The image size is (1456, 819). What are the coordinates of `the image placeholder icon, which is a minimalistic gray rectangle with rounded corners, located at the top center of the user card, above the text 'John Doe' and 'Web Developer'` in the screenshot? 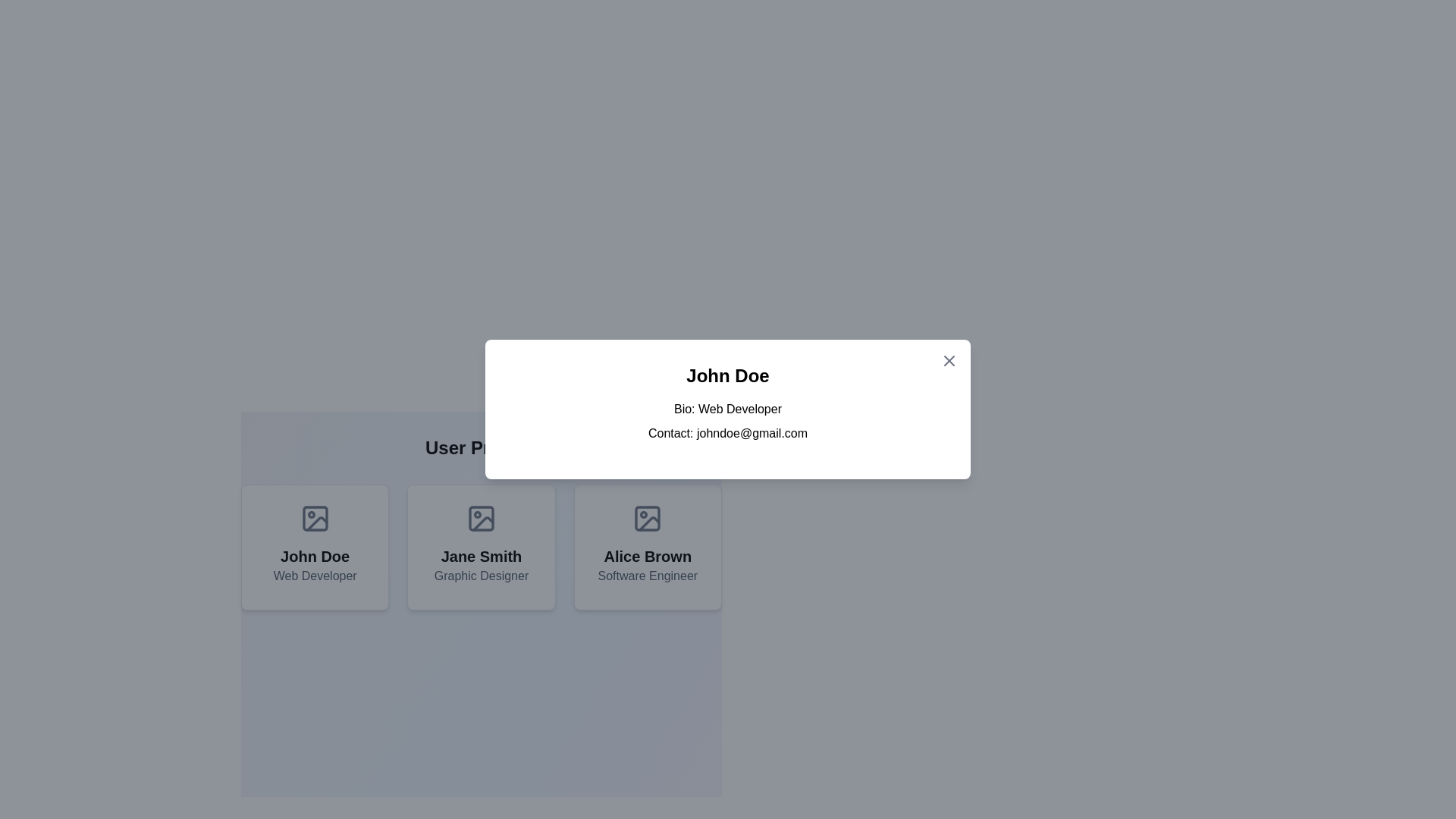 It's located at (314, 517).